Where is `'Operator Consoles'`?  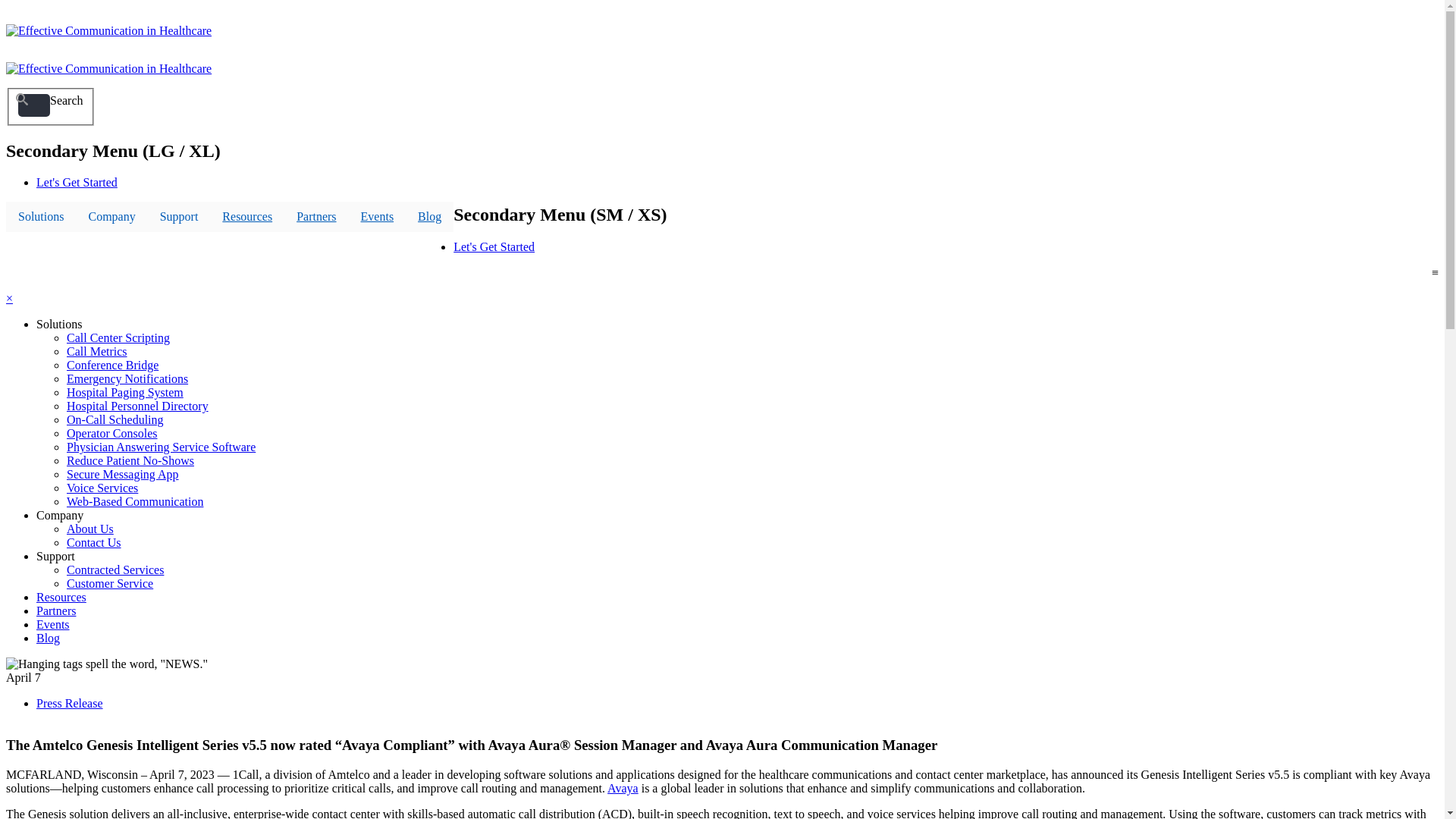 'Operator Consoles' is located at coordinates (65, 433).